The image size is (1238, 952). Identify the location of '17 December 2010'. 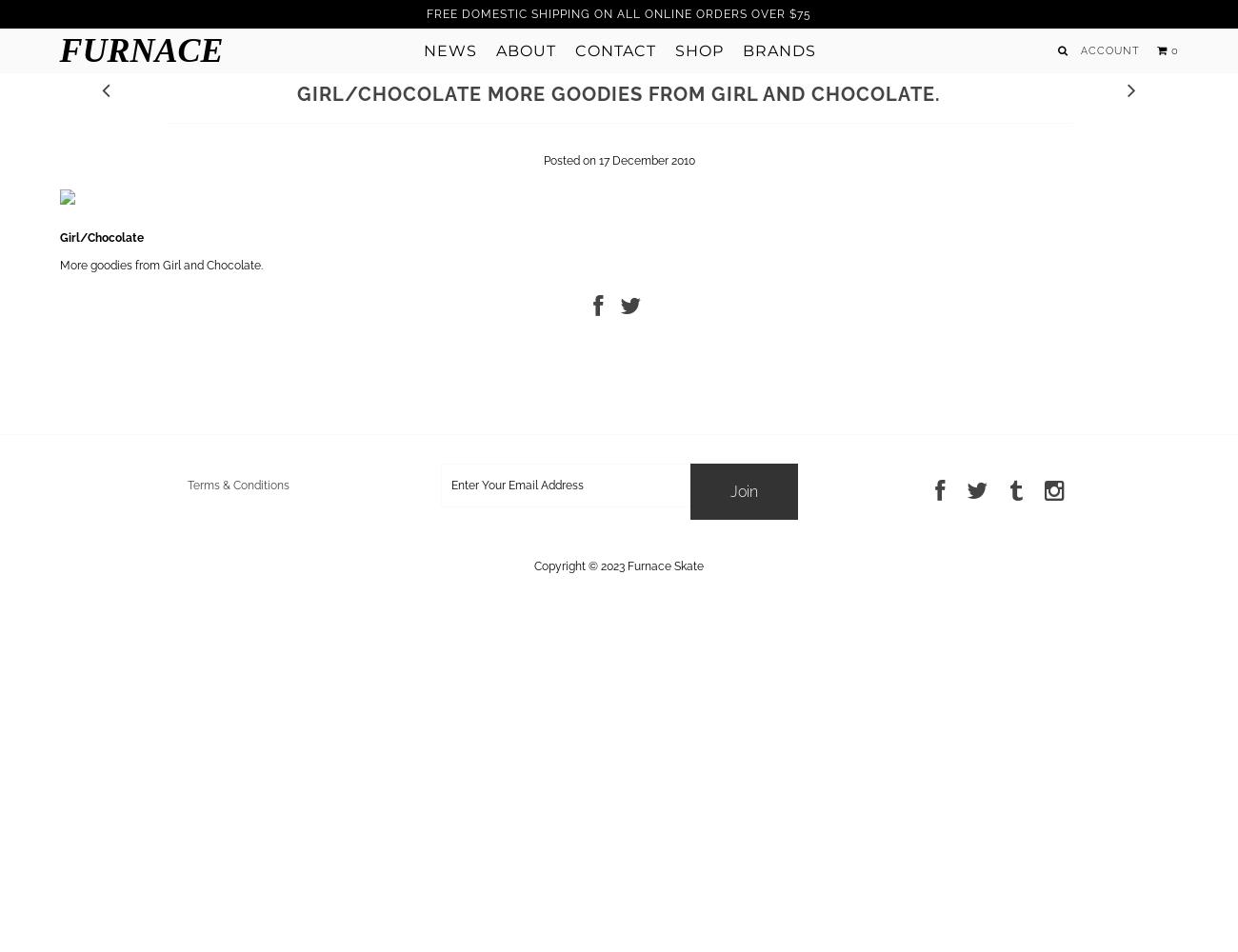
(645, 161).